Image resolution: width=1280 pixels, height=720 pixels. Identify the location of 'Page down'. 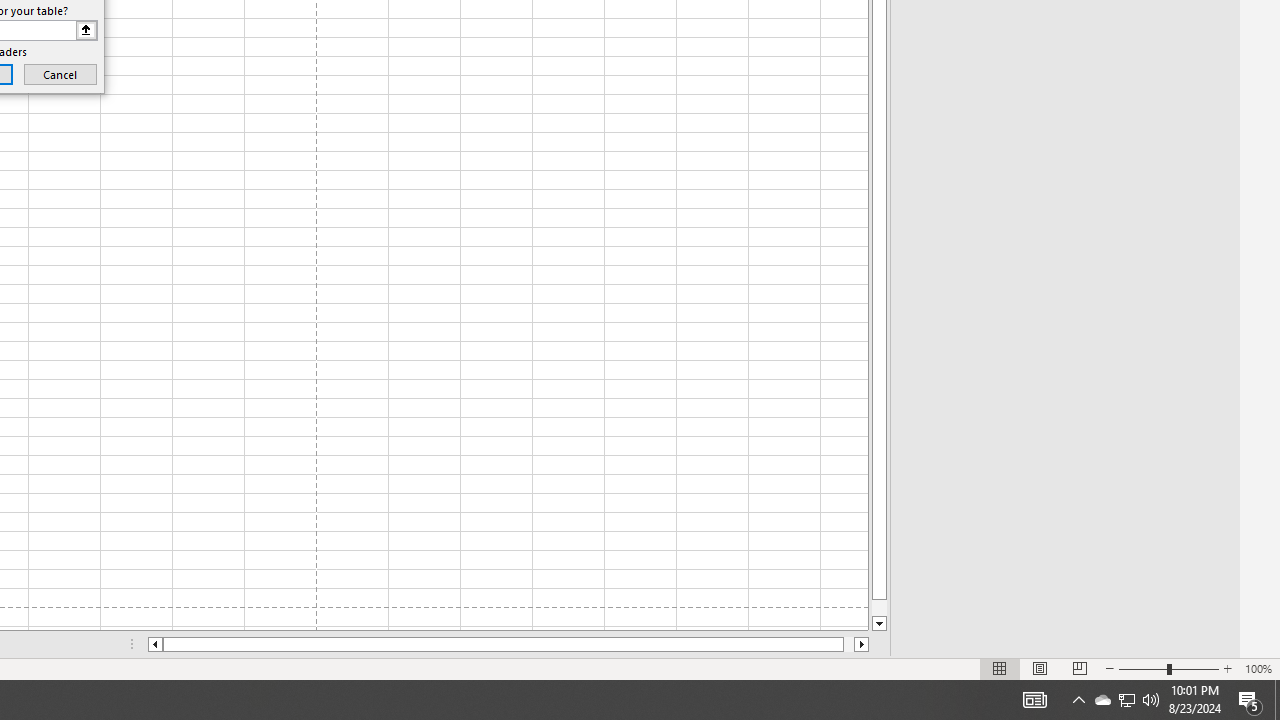
(879, 607).